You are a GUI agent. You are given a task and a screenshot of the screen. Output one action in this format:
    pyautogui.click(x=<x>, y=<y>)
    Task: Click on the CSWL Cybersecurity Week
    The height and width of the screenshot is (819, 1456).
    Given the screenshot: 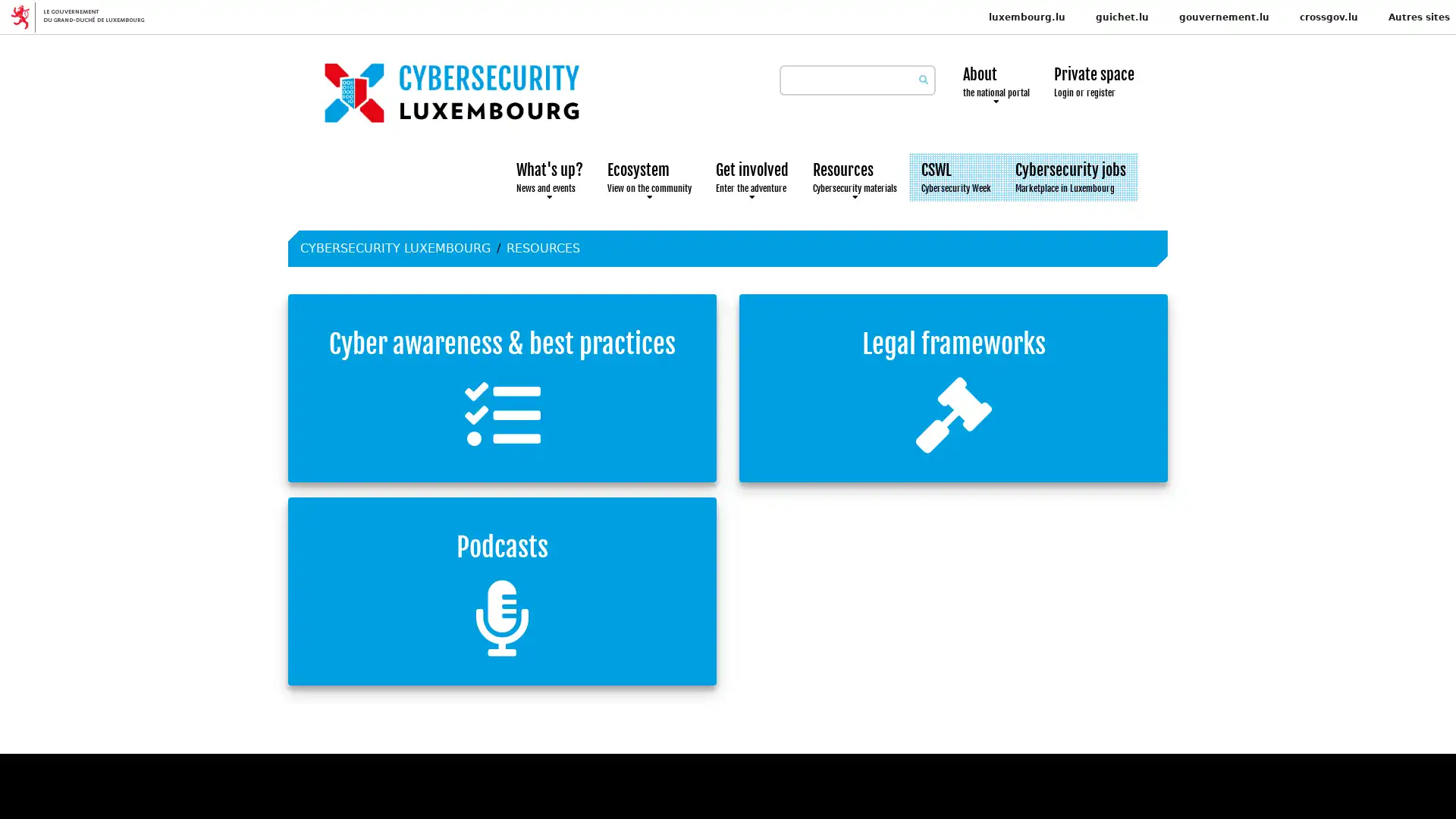 What is the action you would take?
    pyautogui.click(x=955, y=177)
    